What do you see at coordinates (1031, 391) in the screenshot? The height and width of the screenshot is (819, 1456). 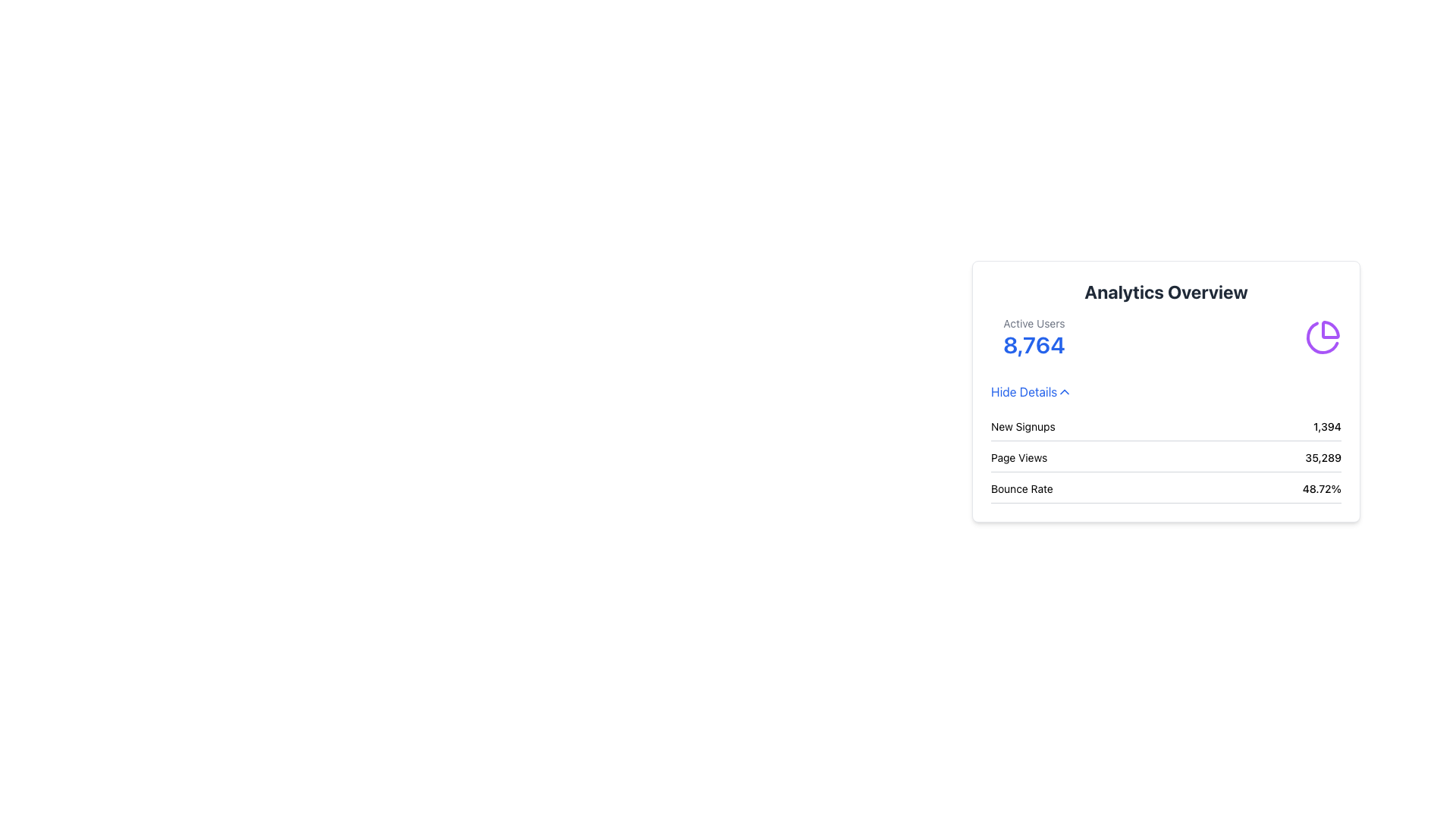 I see `the blue 'Hide Details' button located below the 'Active Users' figure in the 'Analytics Overview' section to hide the details section` at bounding box center [1031, 391].